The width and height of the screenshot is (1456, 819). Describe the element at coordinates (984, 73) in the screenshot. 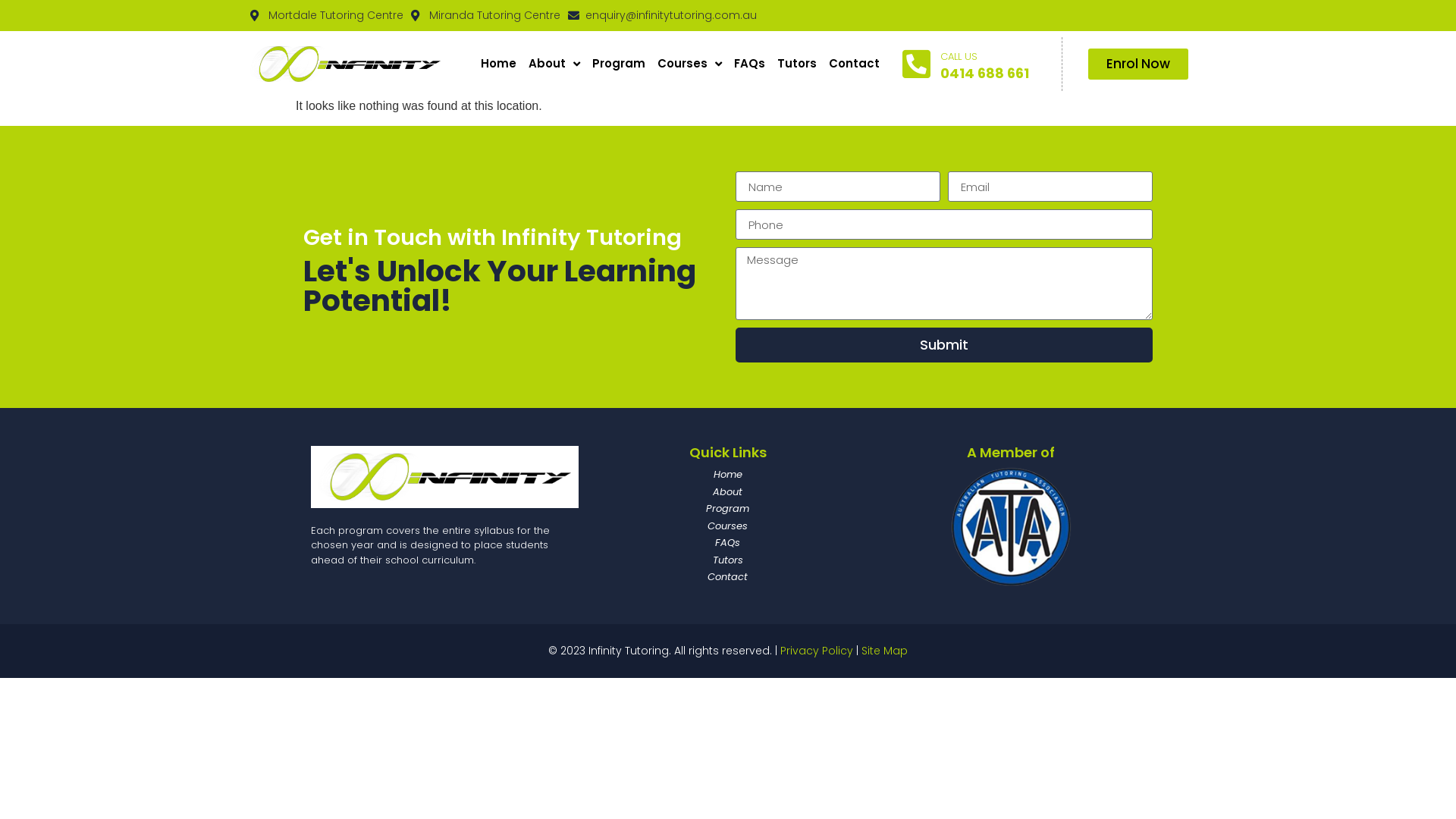

I see `'0414 688 661'` at that location.